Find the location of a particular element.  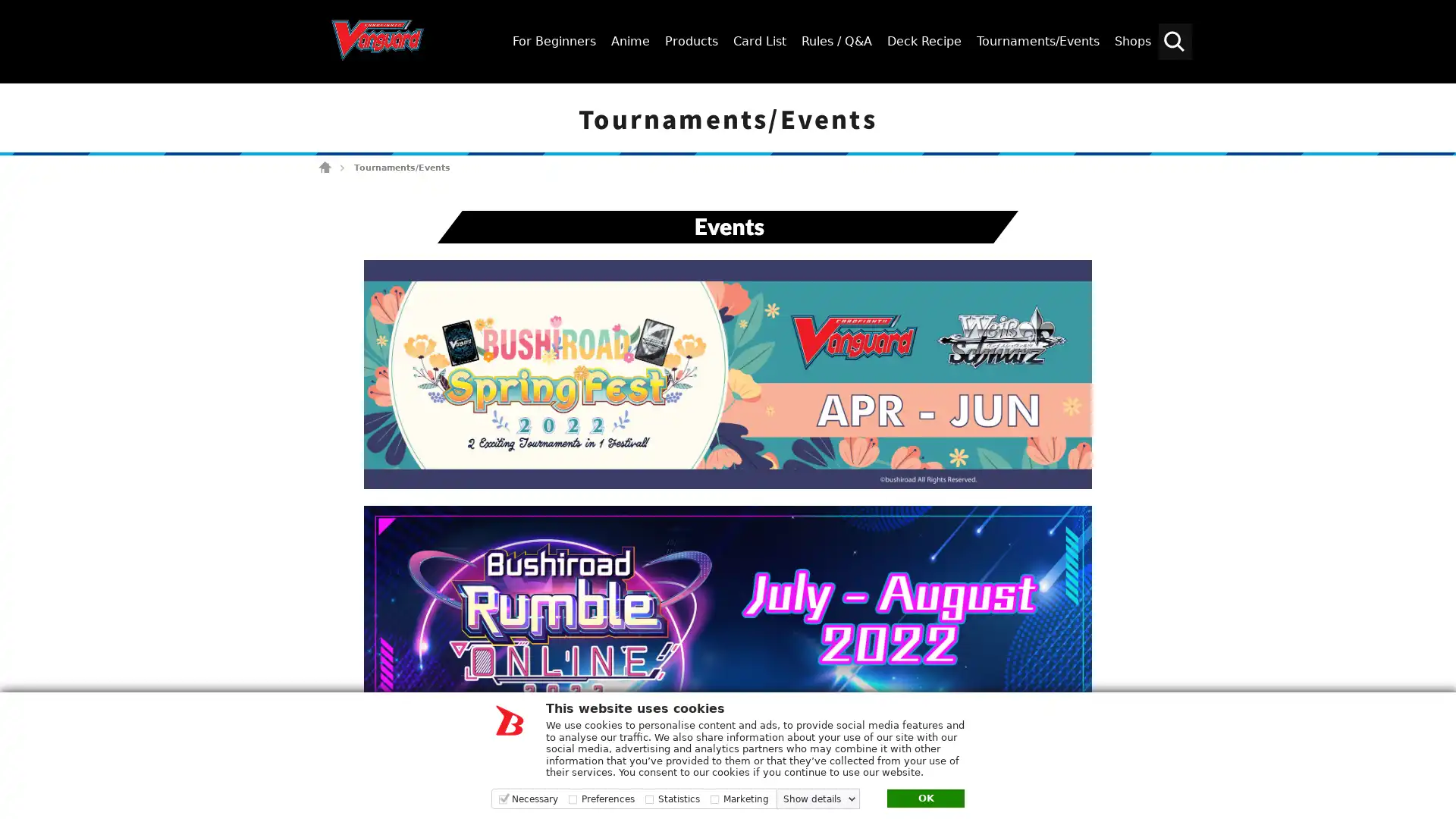

Search is located at coordinates (1437, 96).